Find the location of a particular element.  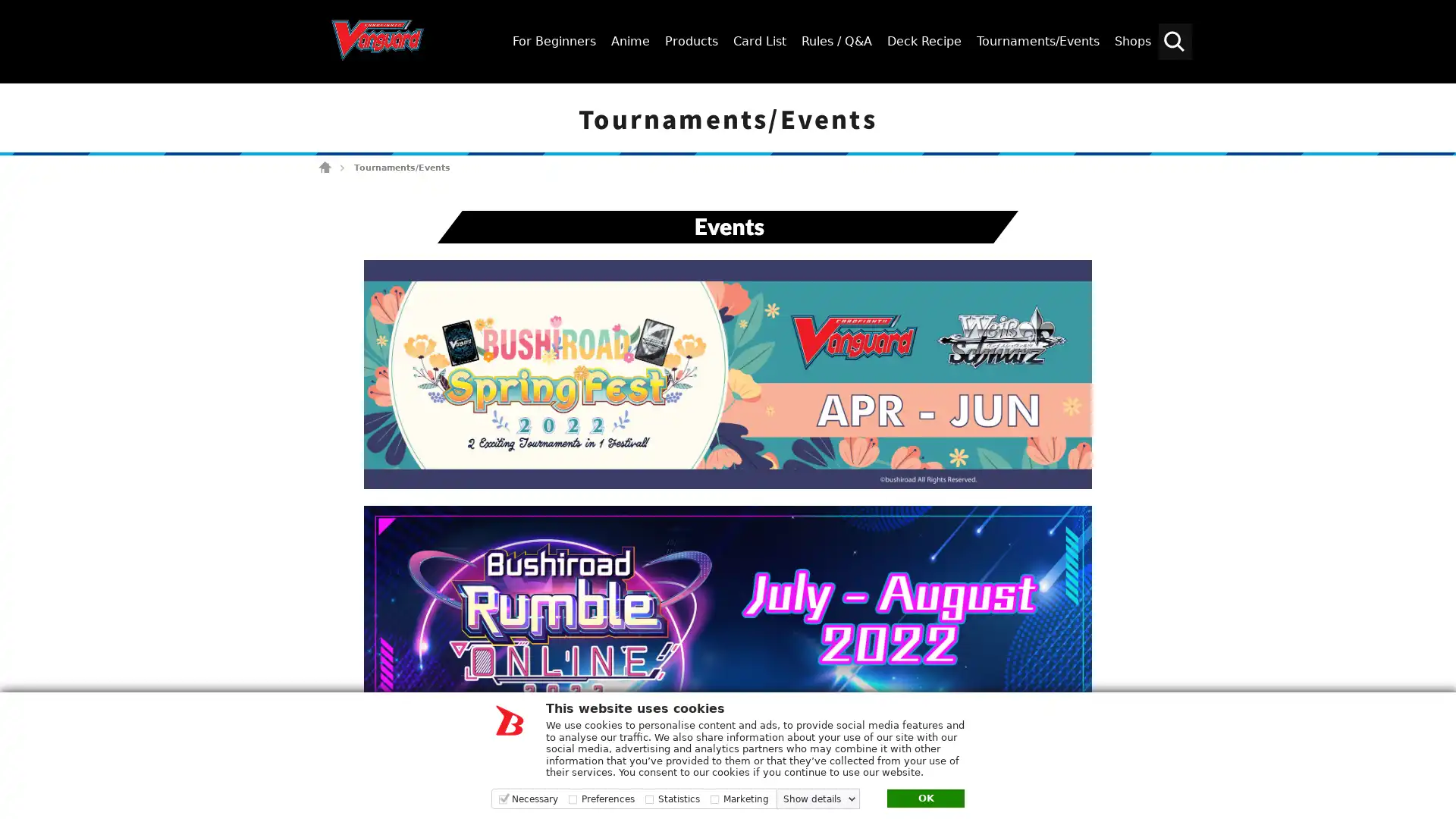

Search is located at coordinates (1437, 96).